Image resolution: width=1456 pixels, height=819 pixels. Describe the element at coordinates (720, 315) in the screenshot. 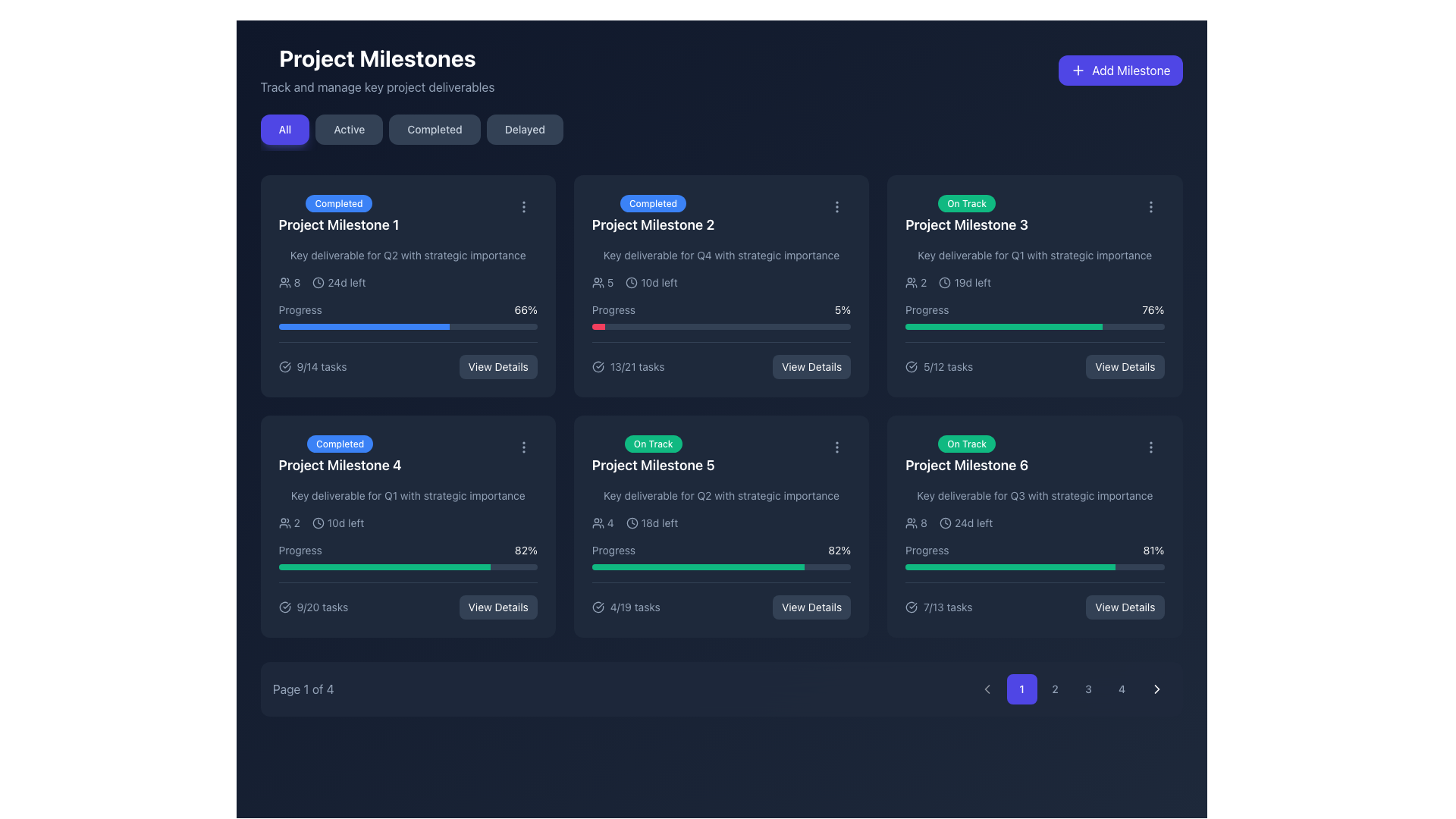

I see `the Progress bar with textual percentage indicator that shows a 5% completion, located within the 'Project Milestone 2' card` at that location.